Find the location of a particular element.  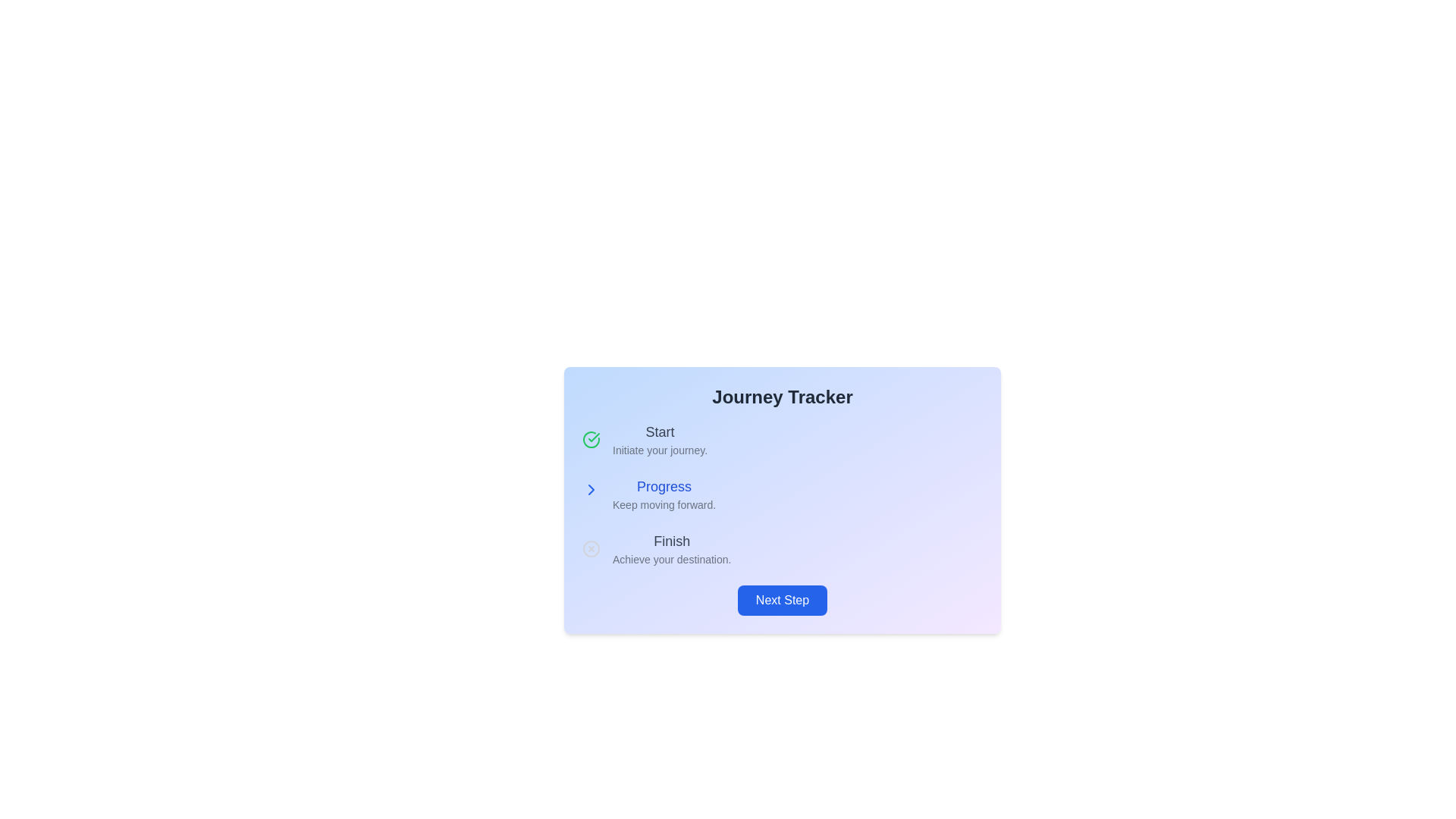

the text label that serves as the title for the final step in the journey tracker interface, which summarizes the conclusion of the process and is centrally aligned is located at coordinates (671, 540).